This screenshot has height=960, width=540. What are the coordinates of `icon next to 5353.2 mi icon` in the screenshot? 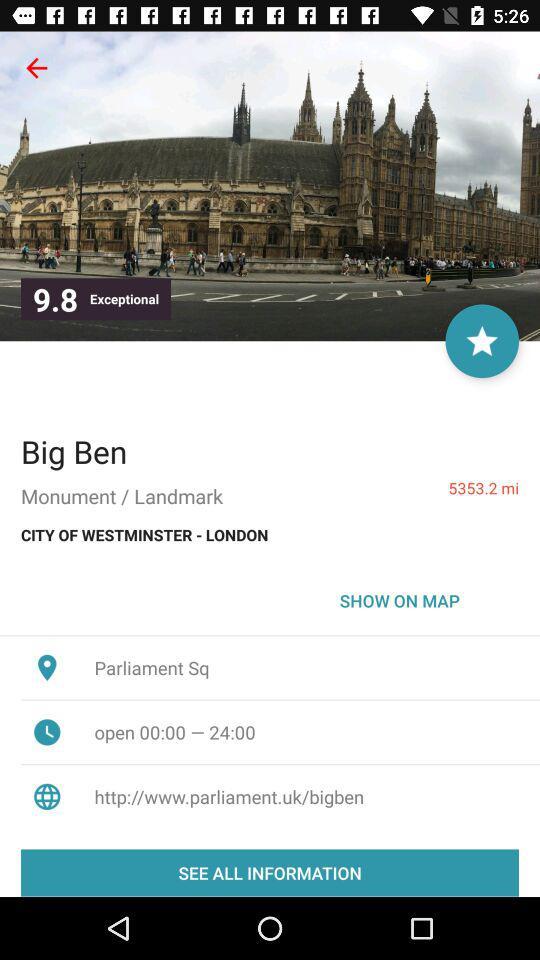 It's located at (73, 451).